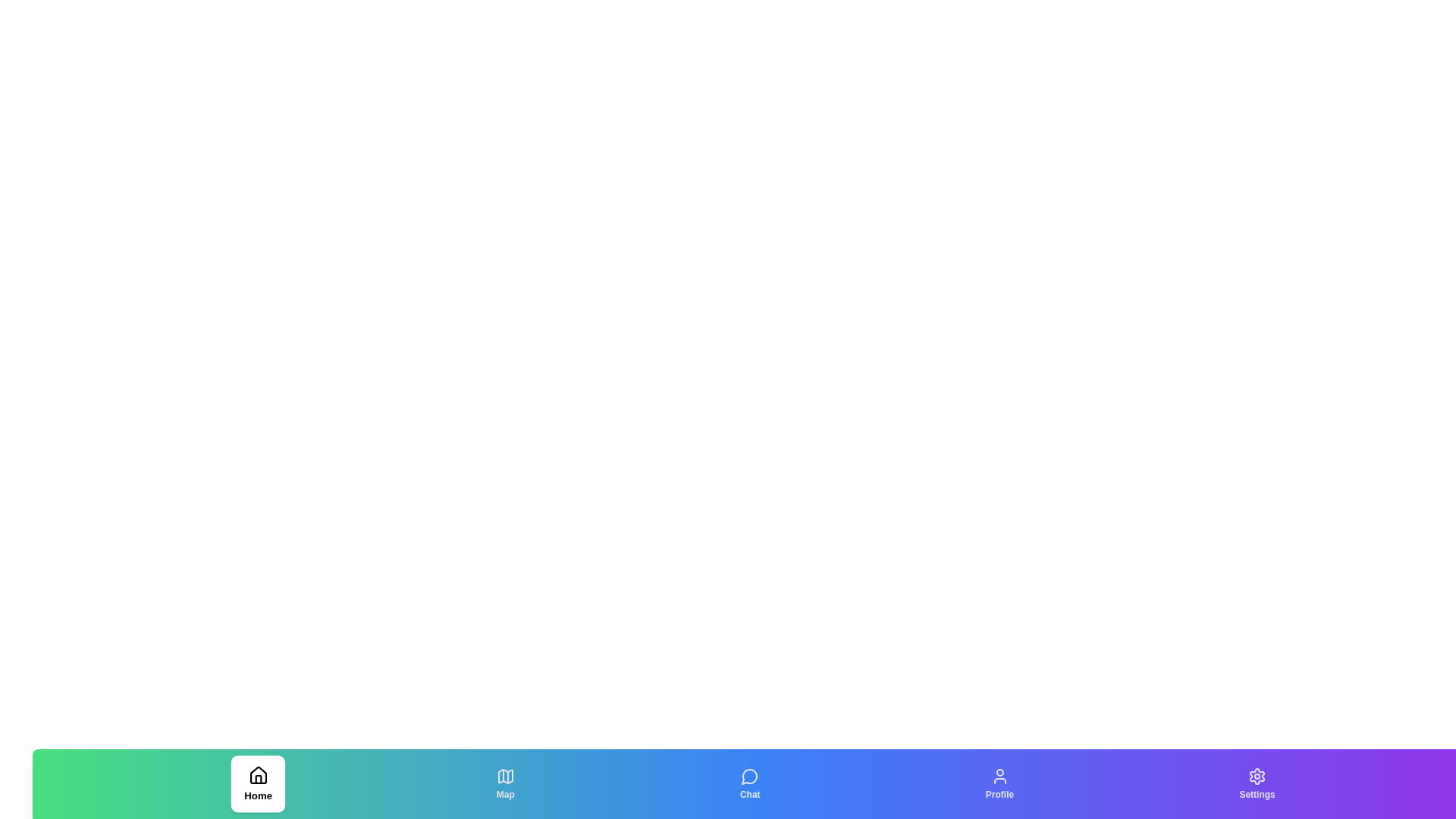 The width and height of the screenshot is (1456, 819). Describe the element at coordinates (258, 783) in the screenshot. I see `the Home tab to observe the hover effect` at that location.